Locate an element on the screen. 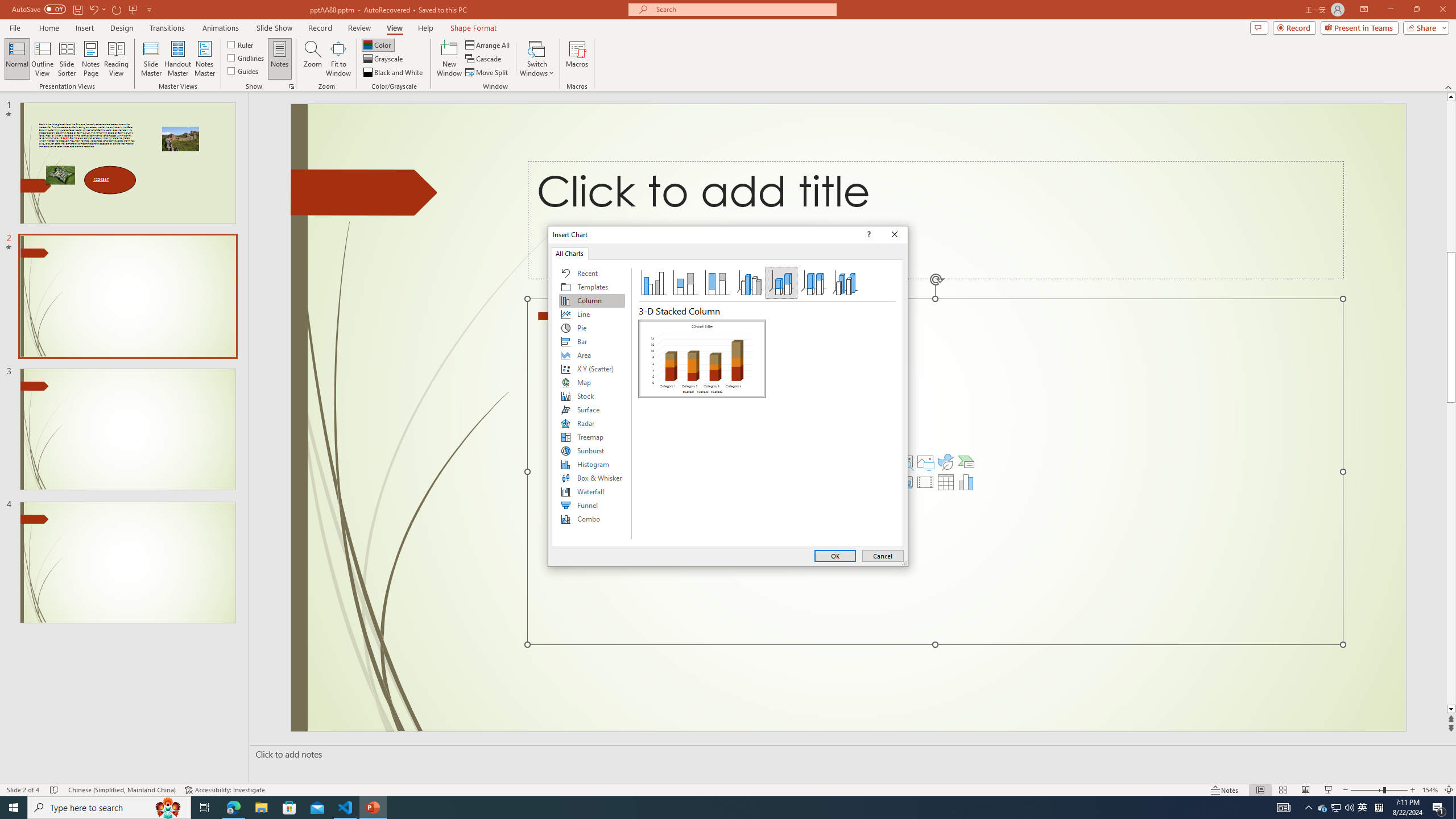 This screenshot has width=1456, height=819. 'Bar' is located at coordinates (591, 342).